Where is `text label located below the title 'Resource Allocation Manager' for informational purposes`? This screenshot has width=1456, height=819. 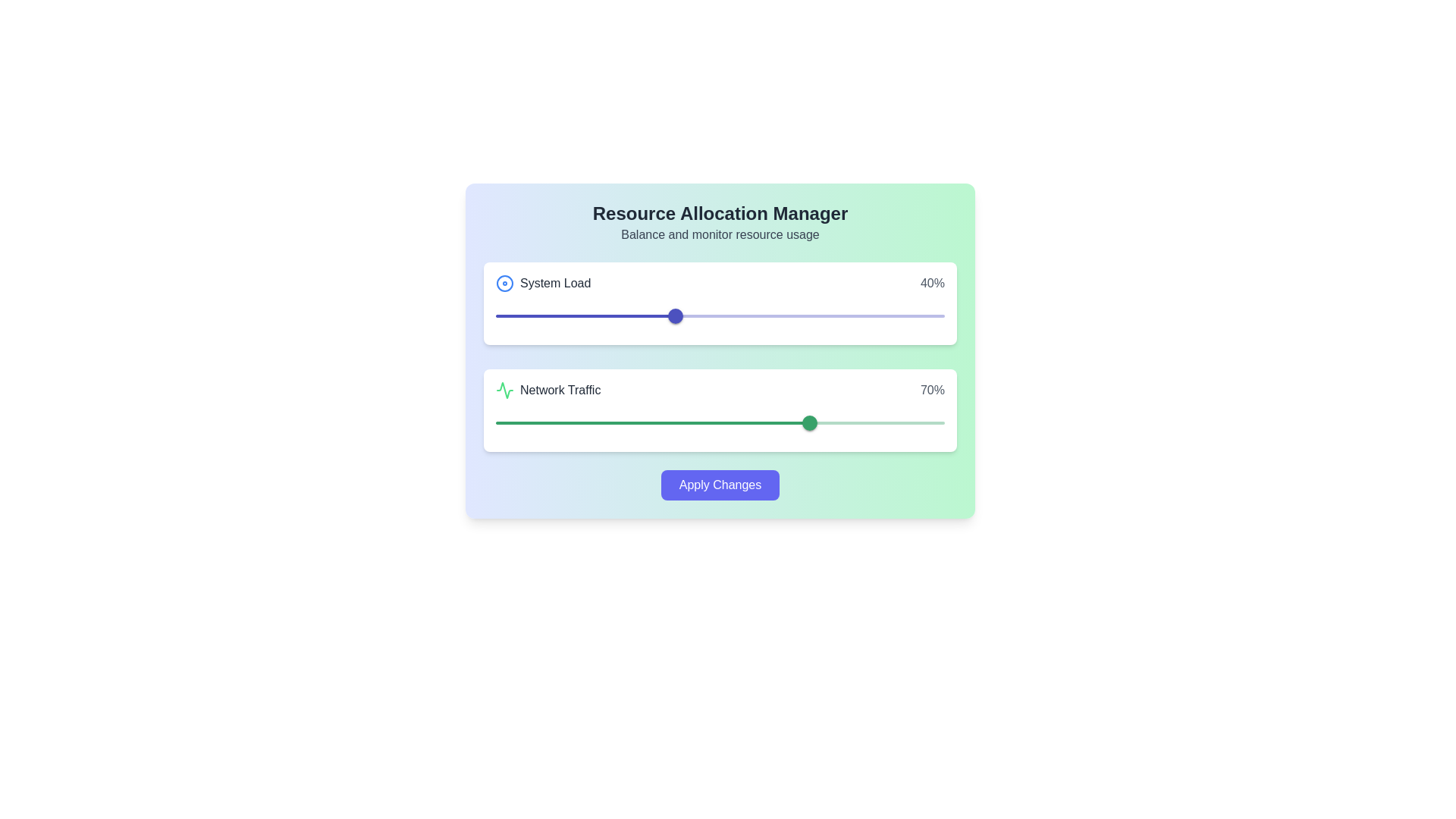 text label located below the title 'Resource Allocation Manager' for informational purposes is located at coordinates (720, 234).